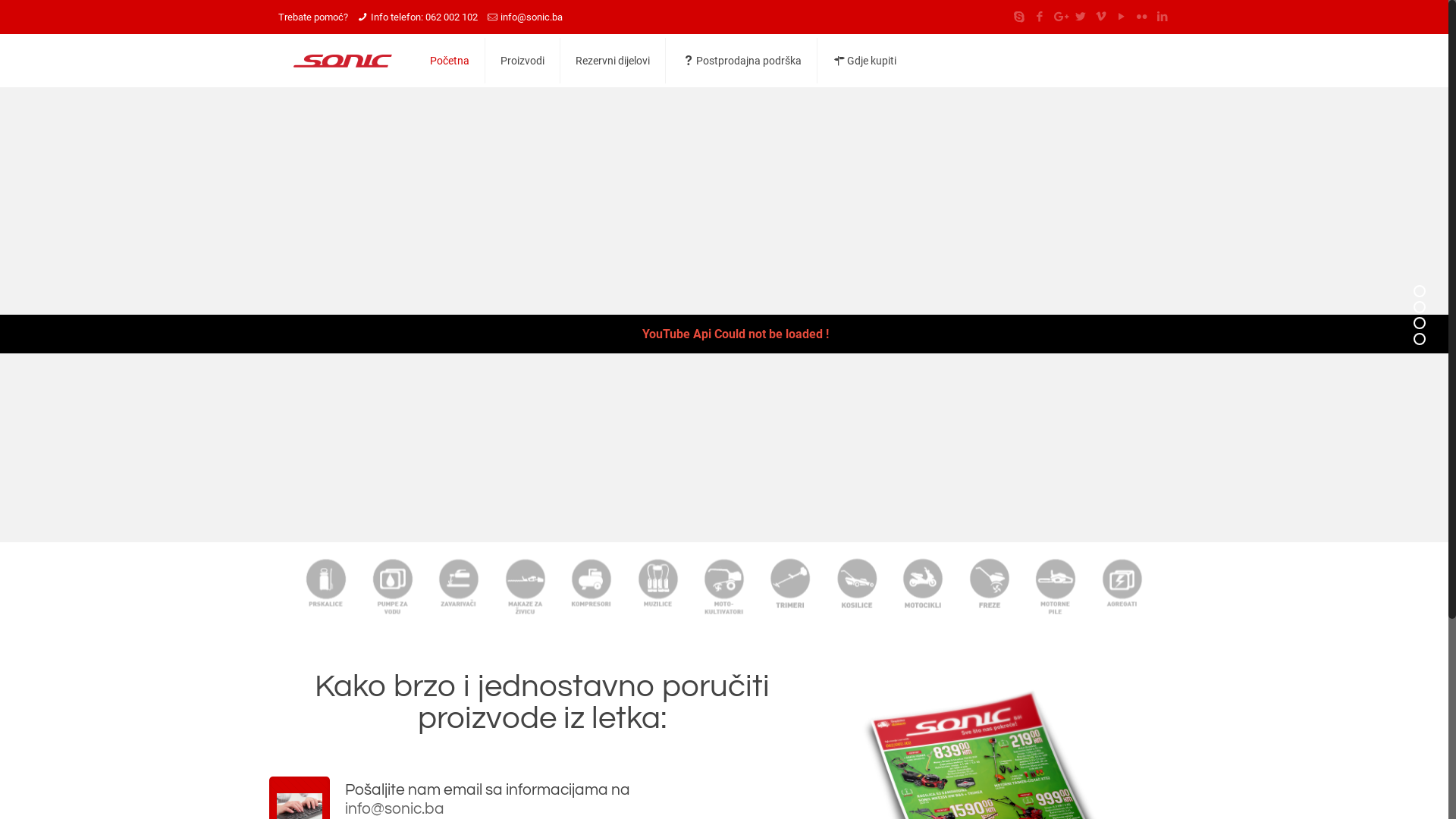  What do you see at coordinates (955, 585) in the screenshot?
I see `'Freze'` at bounding box center [955, 585].